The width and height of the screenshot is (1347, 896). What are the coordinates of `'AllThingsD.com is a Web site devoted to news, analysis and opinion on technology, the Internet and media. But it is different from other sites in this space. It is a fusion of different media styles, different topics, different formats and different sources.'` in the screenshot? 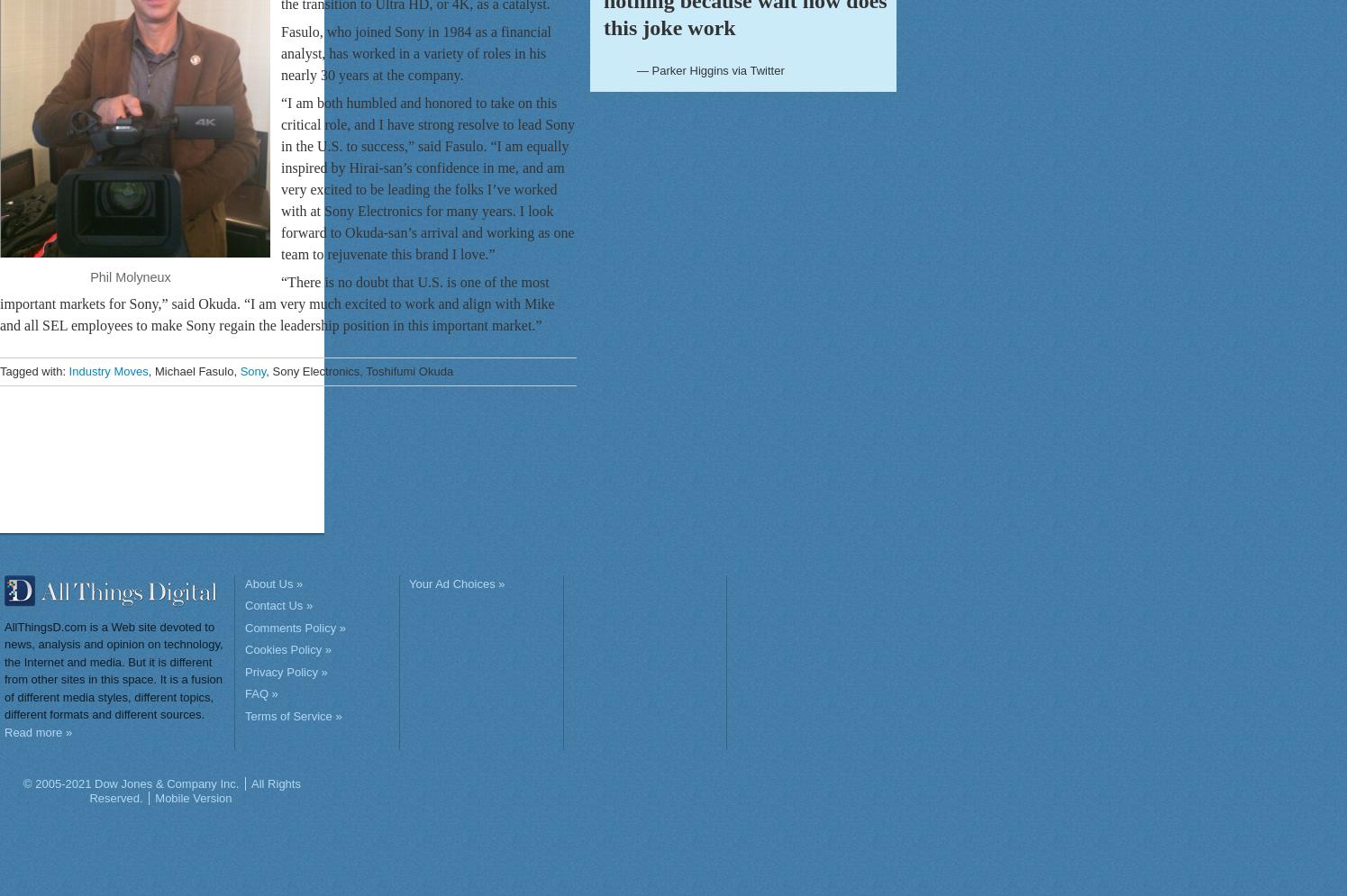 It's located at (114, 669).